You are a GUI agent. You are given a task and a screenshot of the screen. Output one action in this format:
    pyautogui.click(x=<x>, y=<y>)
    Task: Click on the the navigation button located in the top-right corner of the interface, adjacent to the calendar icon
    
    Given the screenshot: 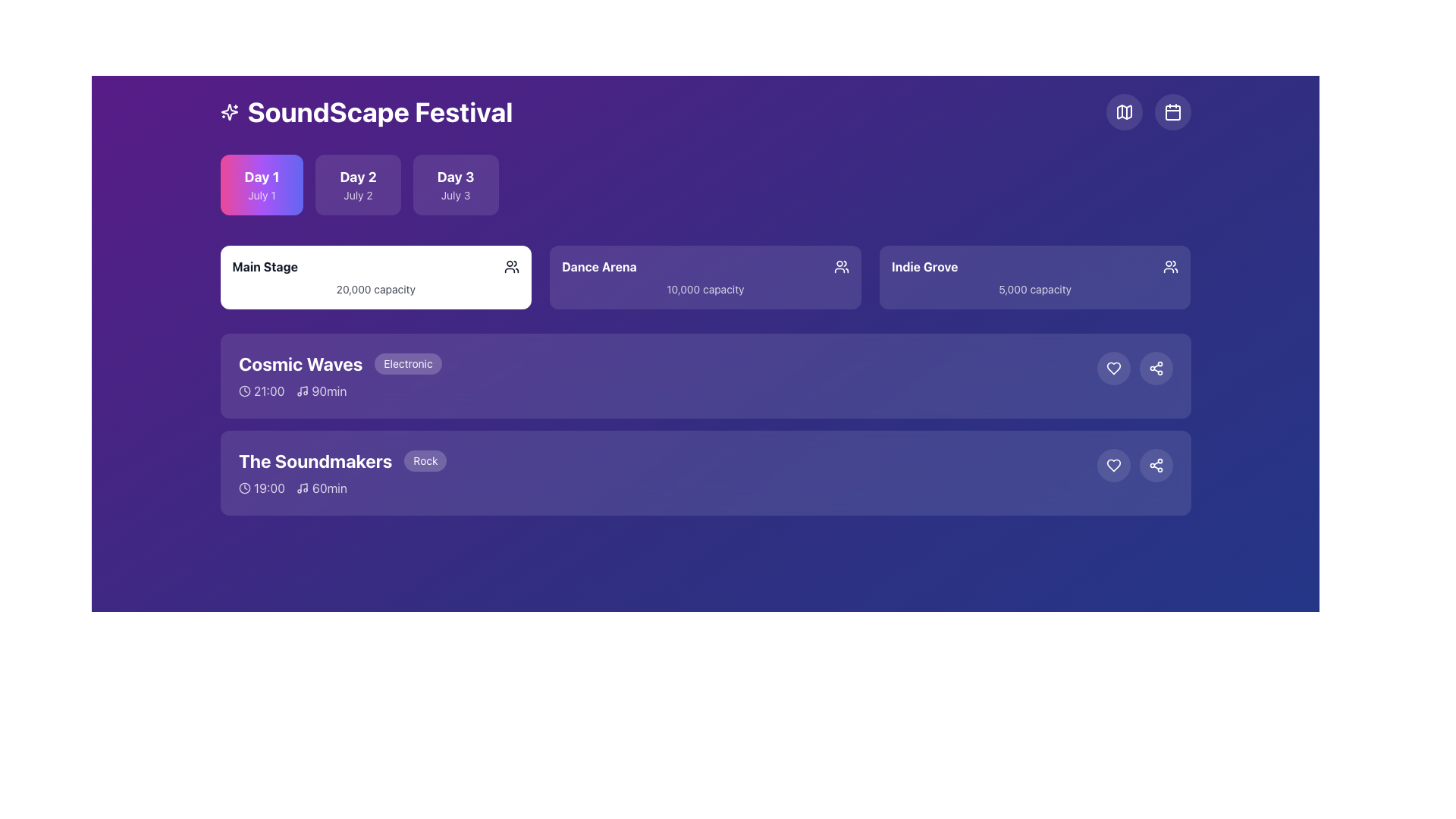 What is the action you would take?
    pyautogui.click(x=1124, y=111)
    